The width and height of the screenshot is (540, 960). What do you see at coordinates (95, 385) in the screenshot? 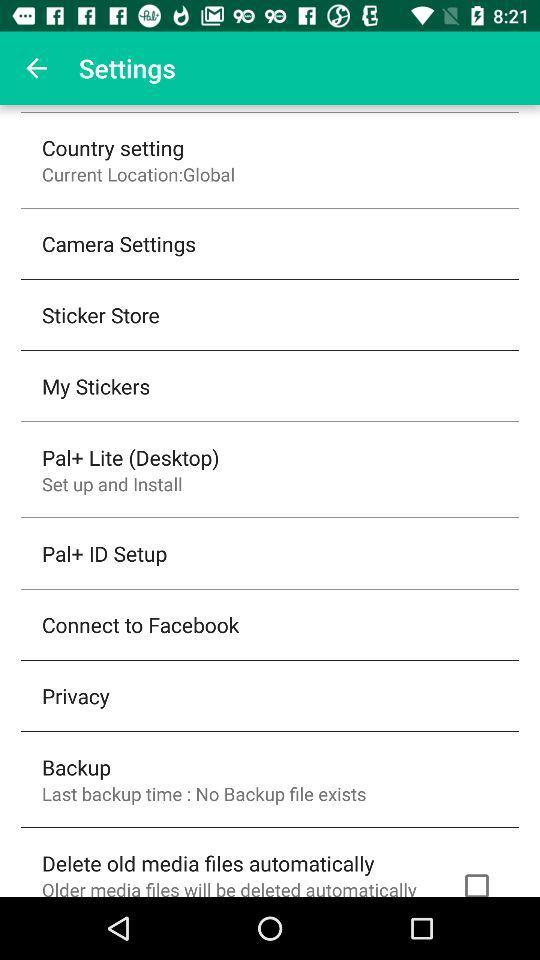
I see `item below sticker store` at bounding box center [95, 385].